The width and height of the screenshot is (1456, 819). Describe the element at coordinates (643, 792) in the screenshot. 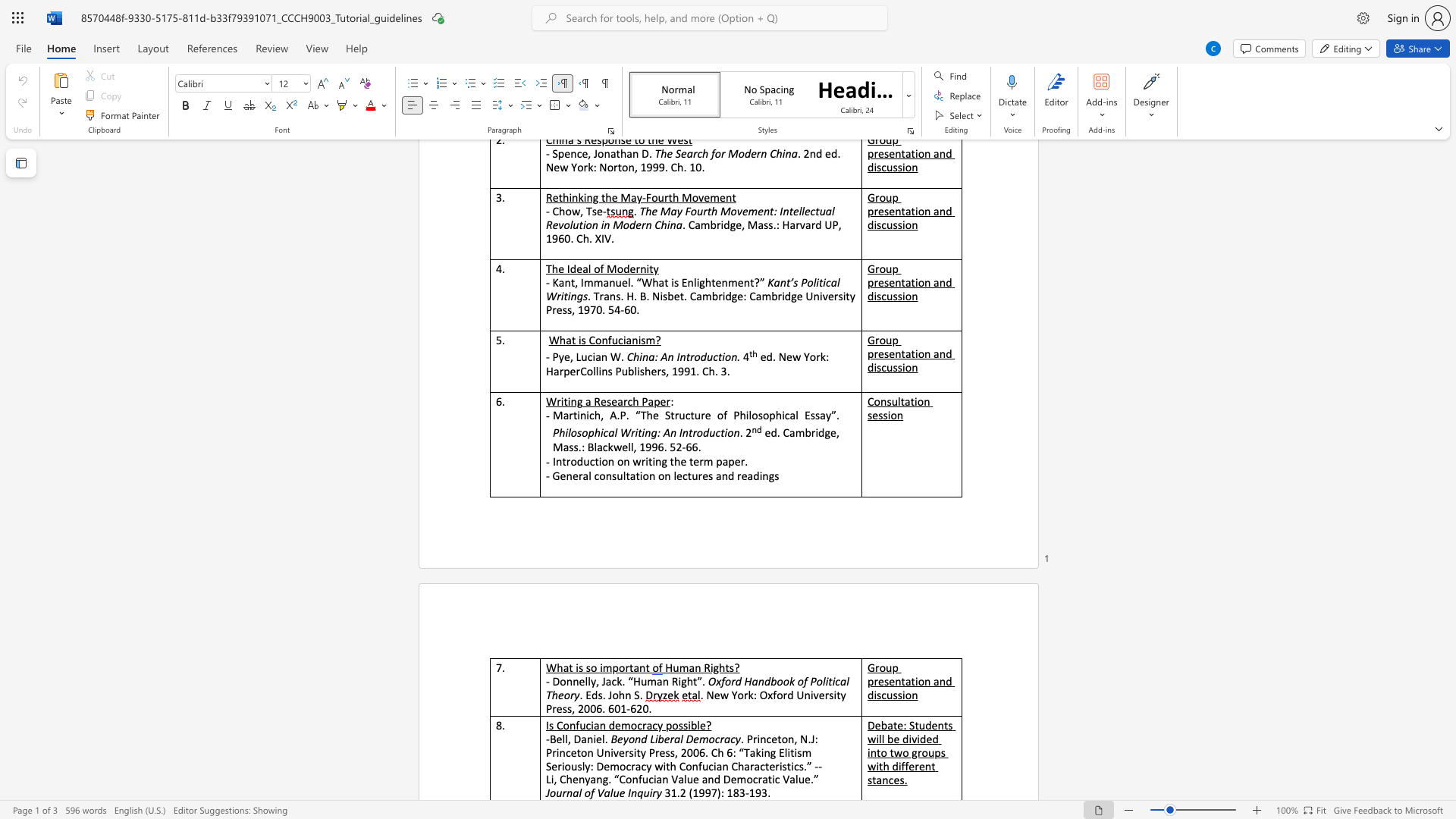

I see `the subset text "uiry" within the text "Journal of Value Inquiry"` at that location.